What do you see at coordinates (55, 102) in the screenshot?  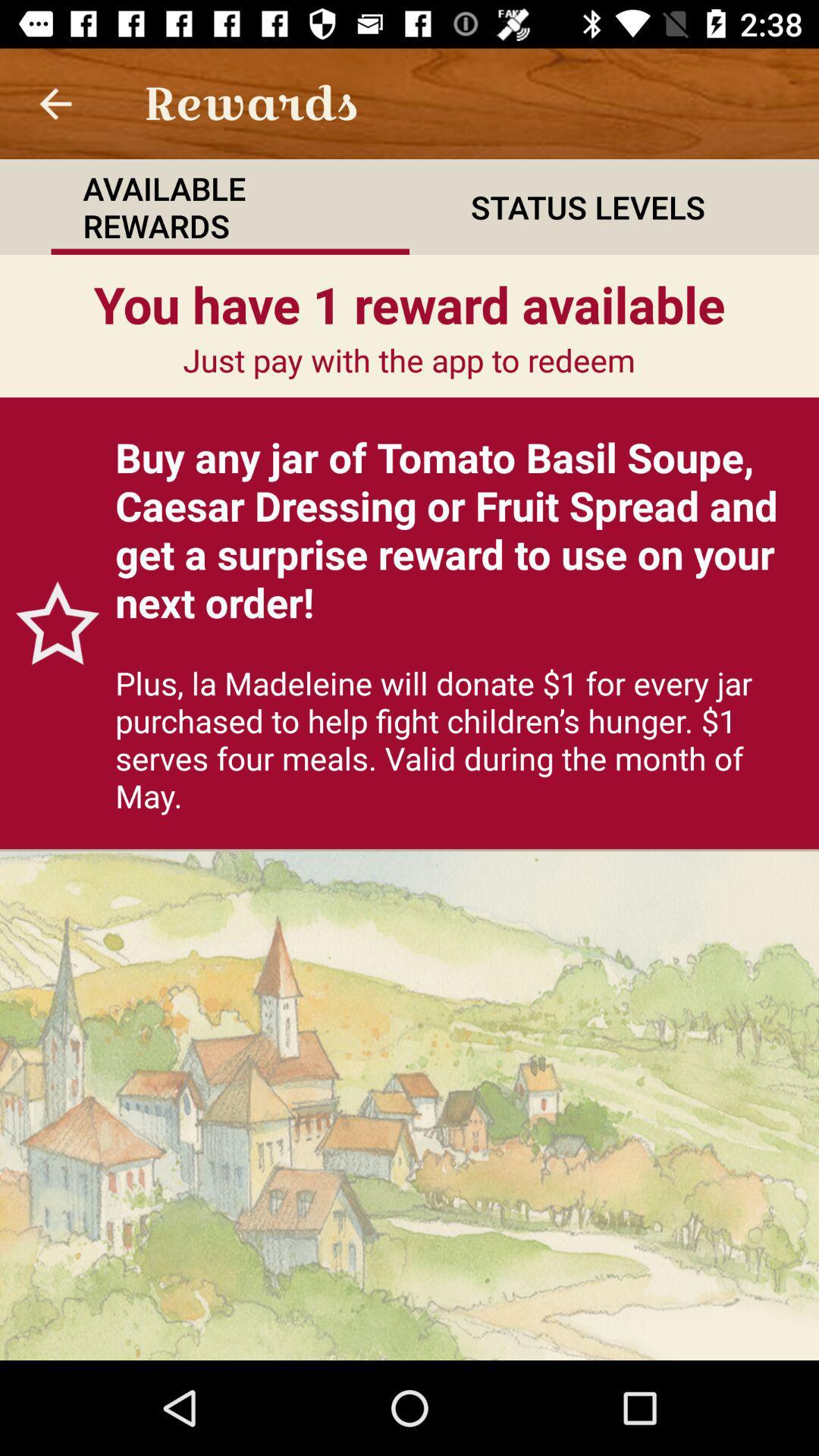 I see `item above the available rewards item` at bounding box center [55, 102].